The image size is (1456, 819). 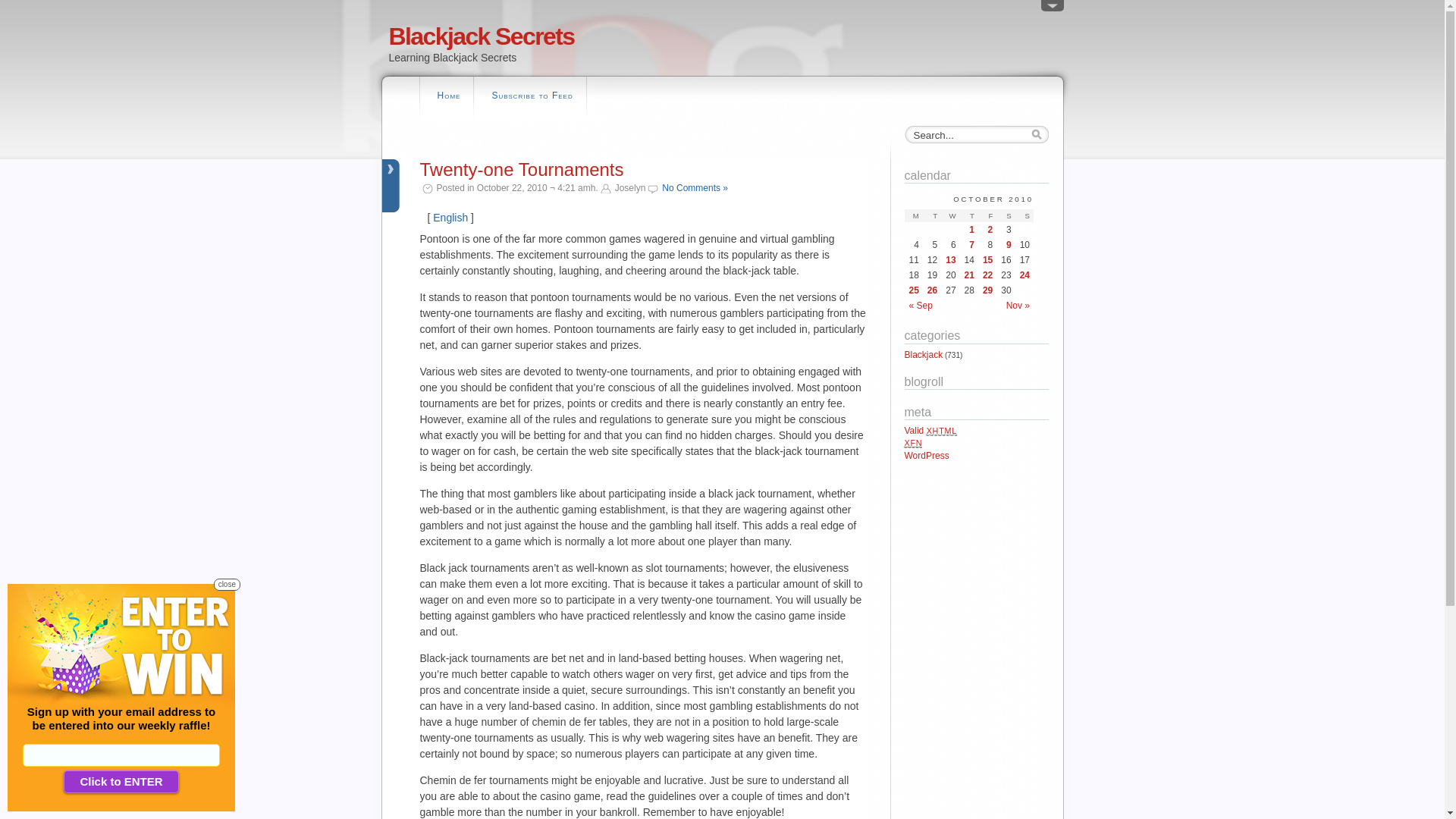 What do you see at coordinates (903, 354) in the screenshot?
I see `'Blackjack'` at bounding box center [903, 354].